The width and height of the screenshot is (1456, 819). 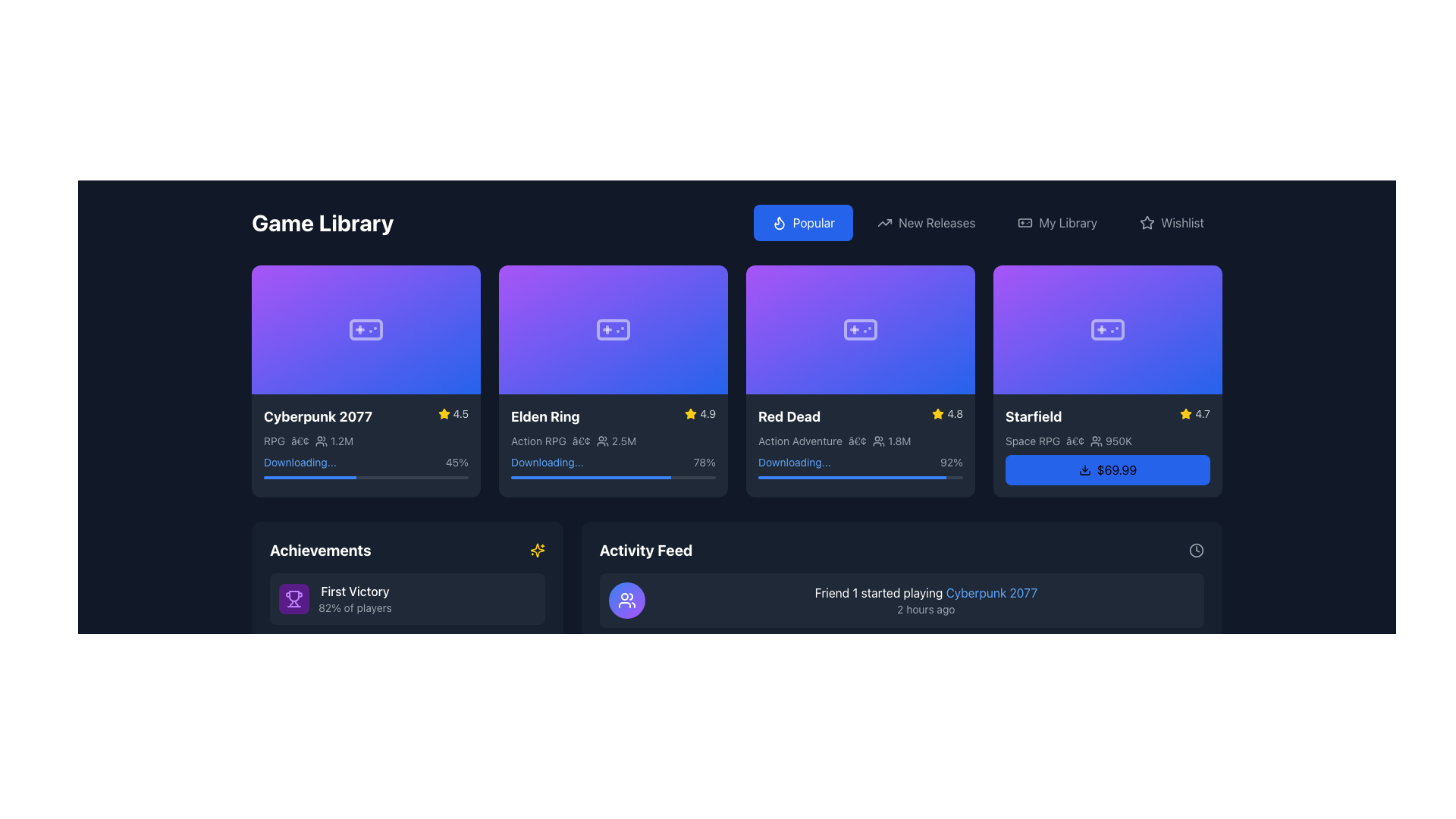 I want to click on the icon representing gaming content for 'Elden Ring' located in the second card from the left under the 'Game Library' section, so click(x=613, y=328).